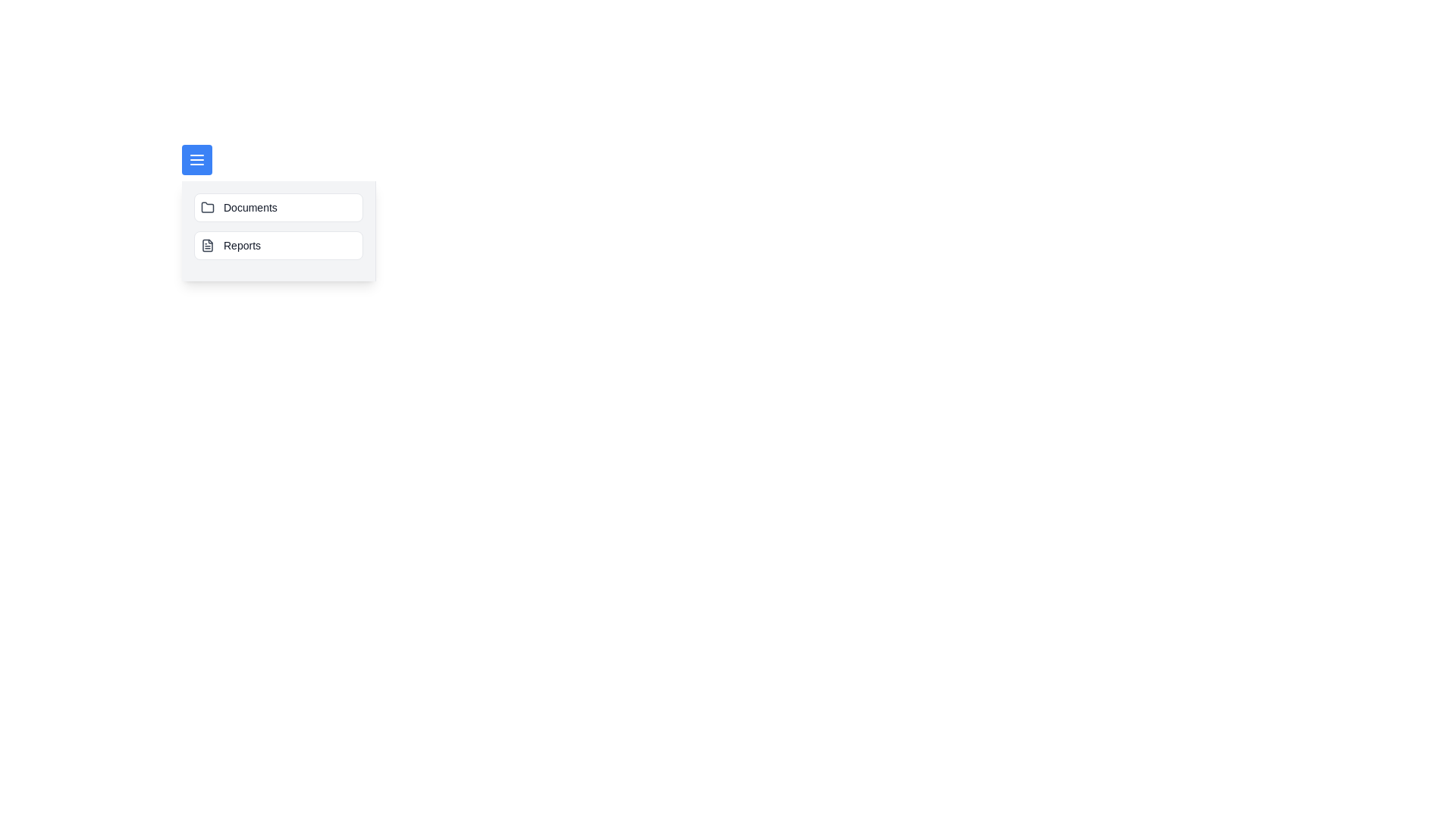  Describe the element at coordinates (278, 207) in the screenshot. I see `the category Documents from the side menu` at that location.